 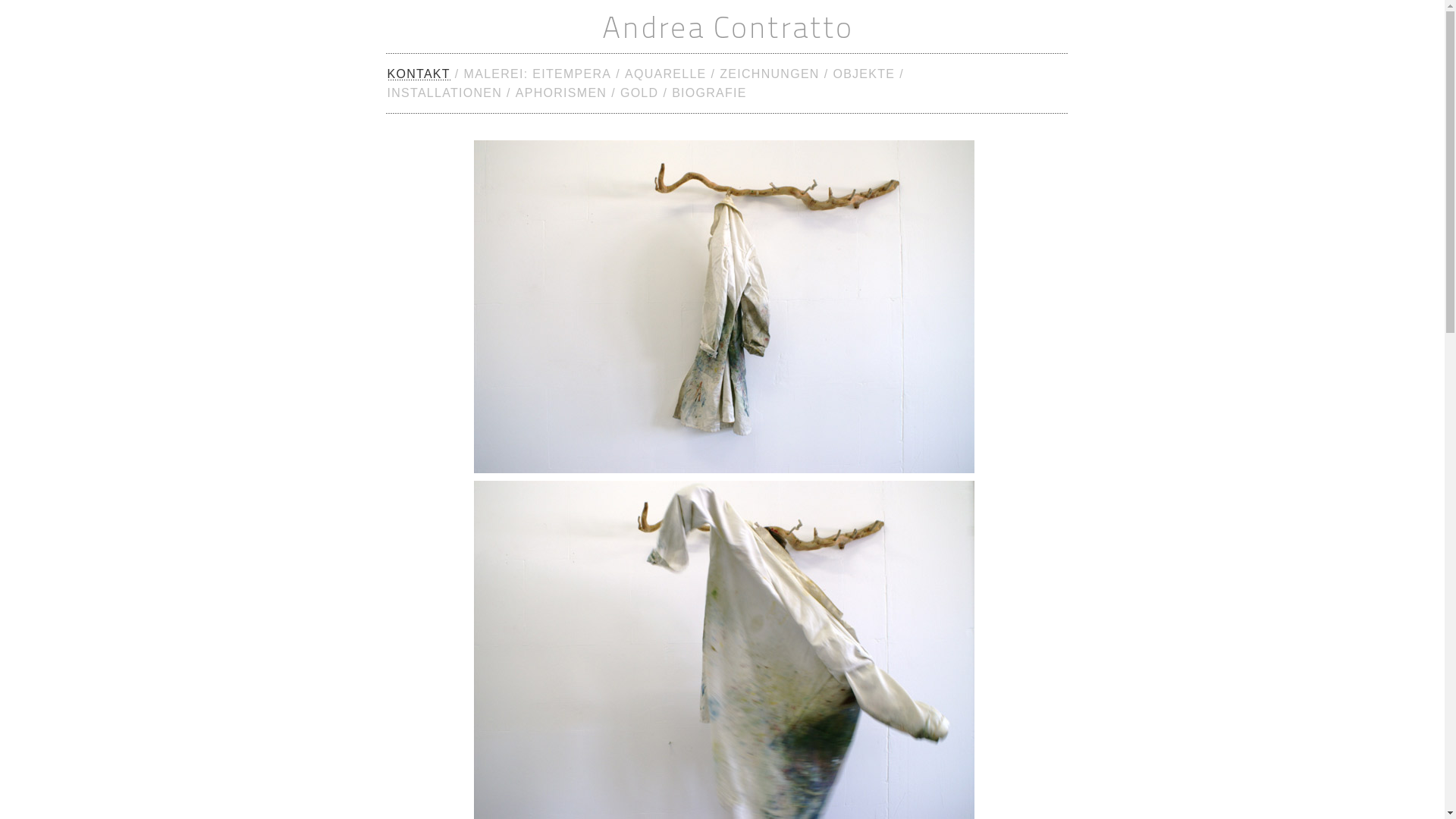 What do you see at coordinates (386, 93) in the screenshot?
I see `'INSTALLATIONEN'` at bounding box center [386, 93].